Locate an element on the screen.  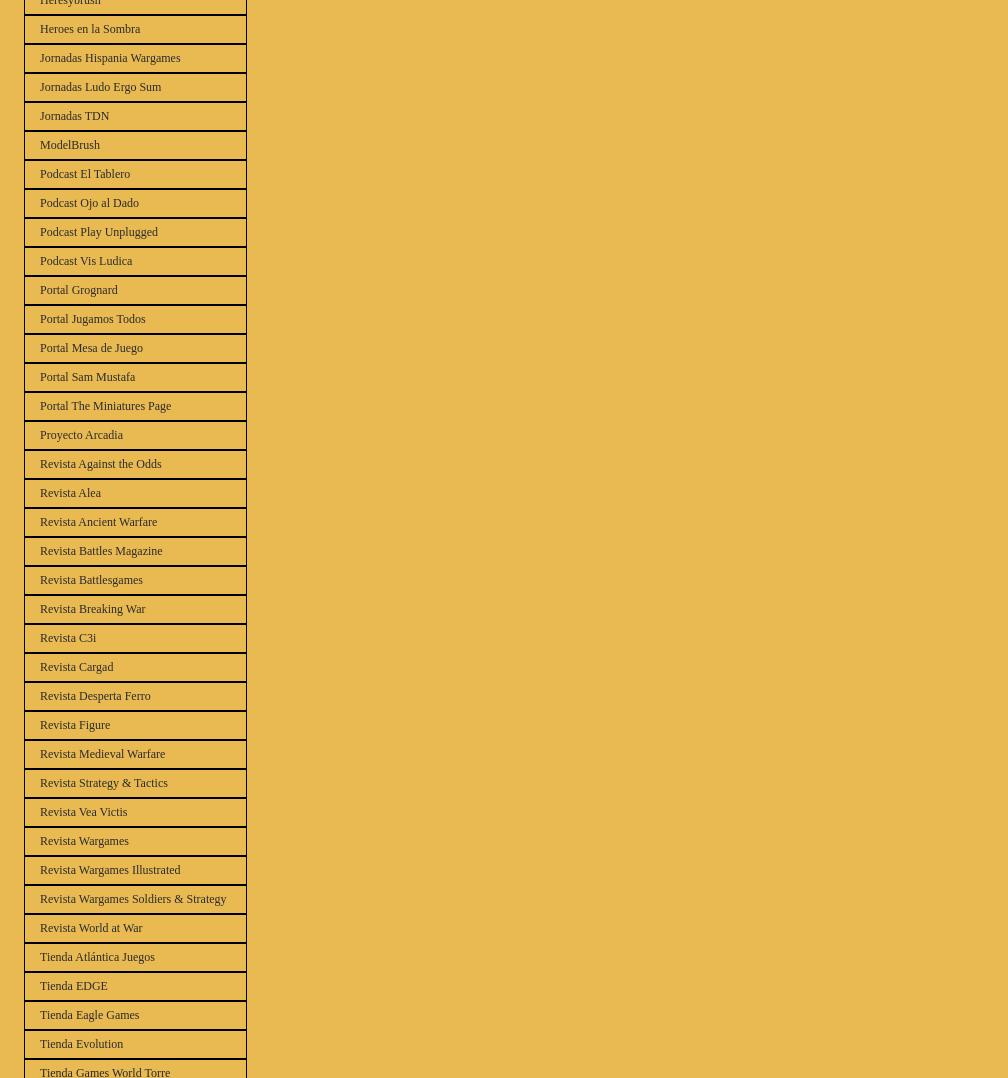
'Revista Battlesgames' is located at coordinates (91, 579).